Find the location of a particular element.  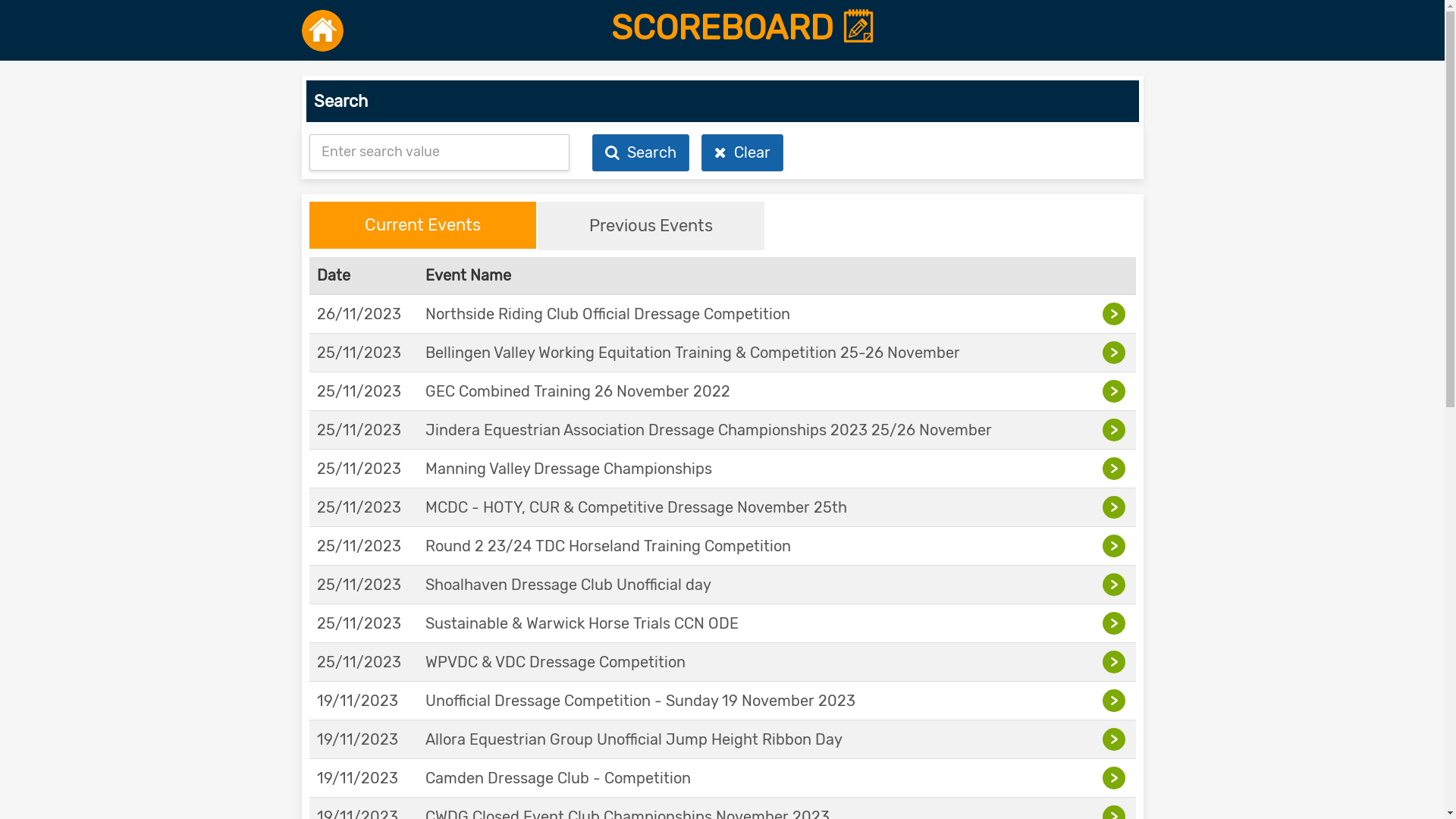

'  Search' is located at coordinates (640, 152).